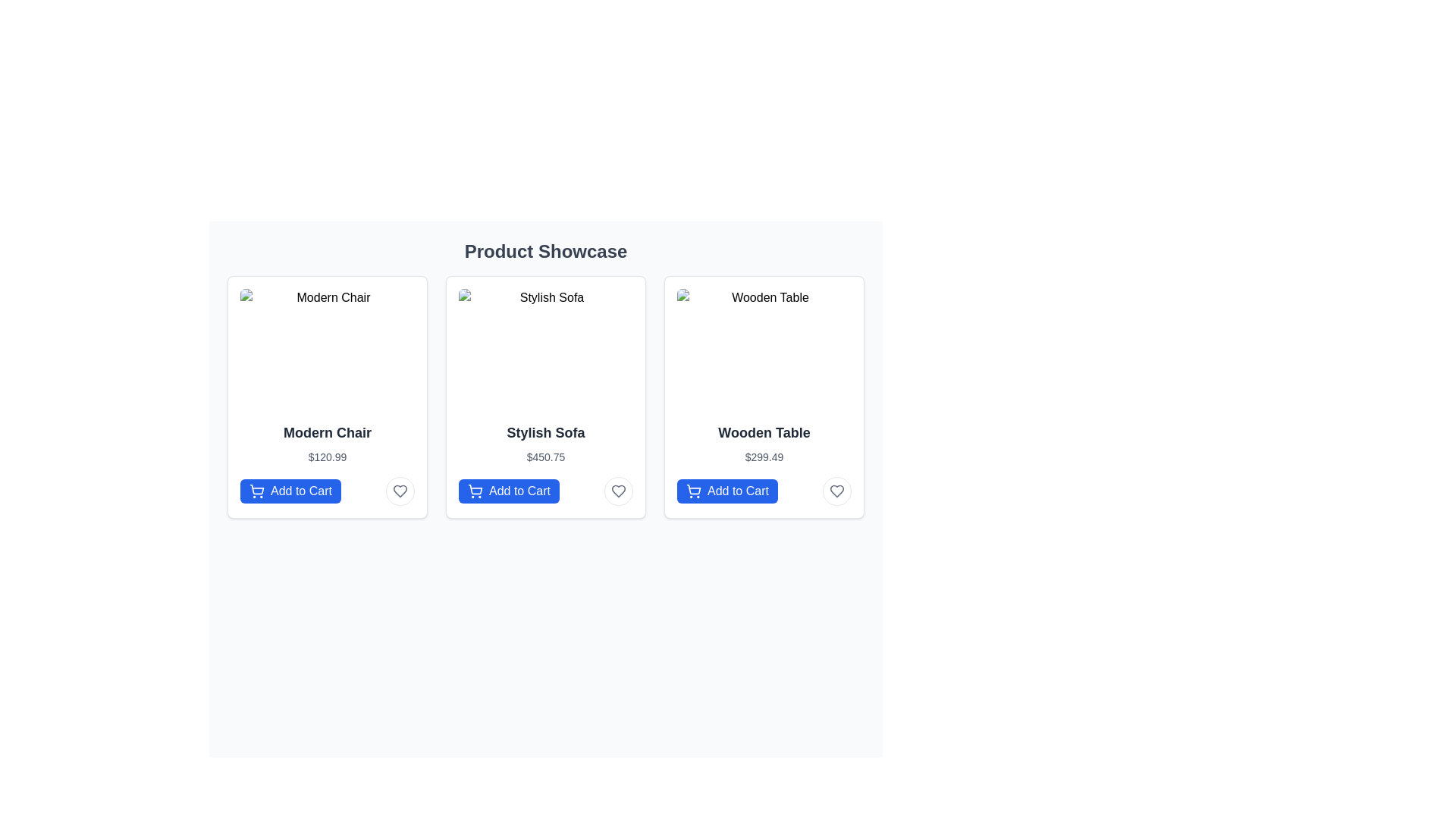  Describe the element at coordinates (290, 491) in the screenshot. I see `the 'Add to Cart' button for the Modern Chair located at the bottom left of the first product card in the 'Product Showcase' grid layout` at that location.